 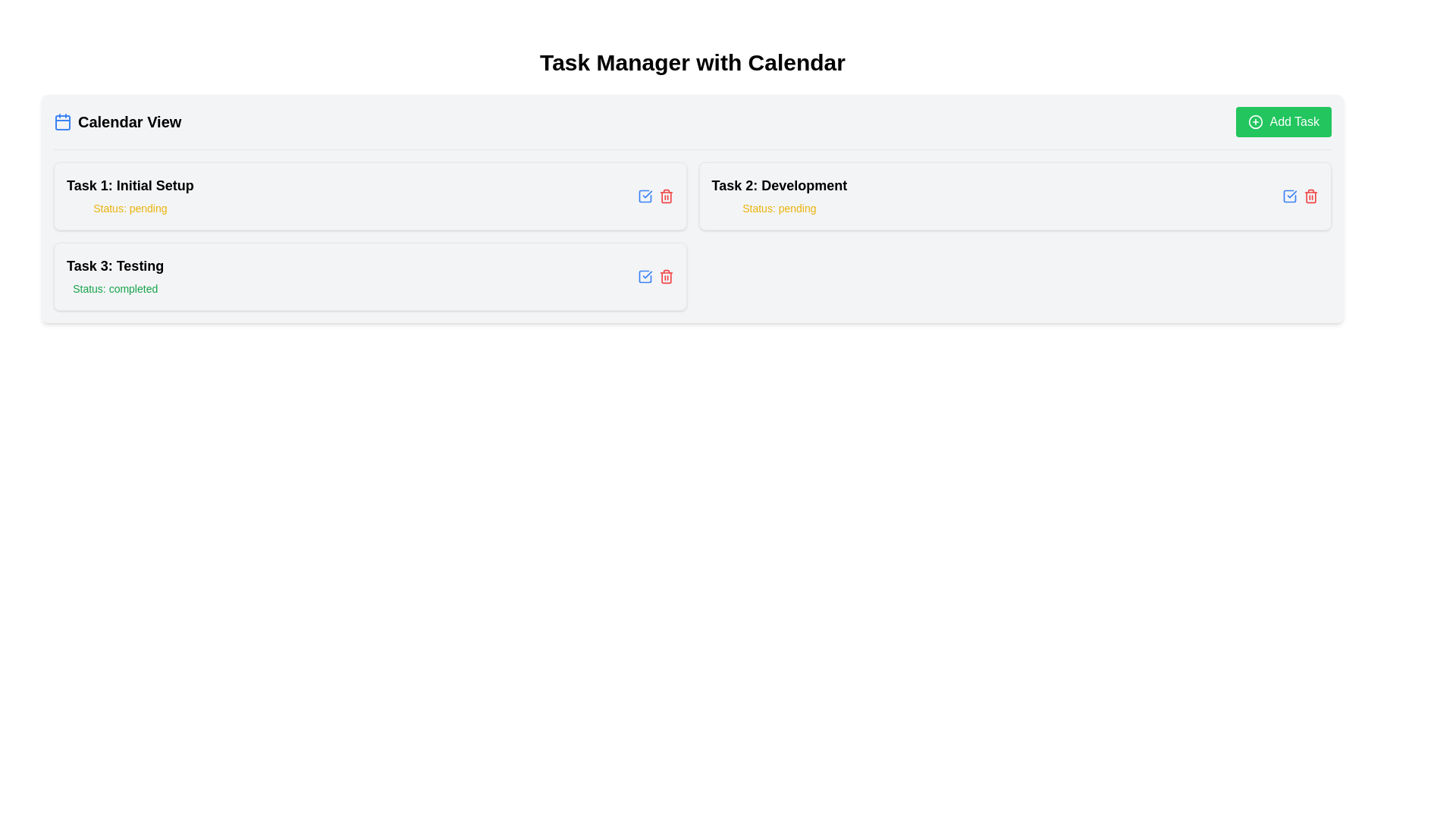 I want to click on the text label displaying 'Status: completed' in a green font, located within the third task card labeled 'Task 3: Testing', so click(x=115, y=289).